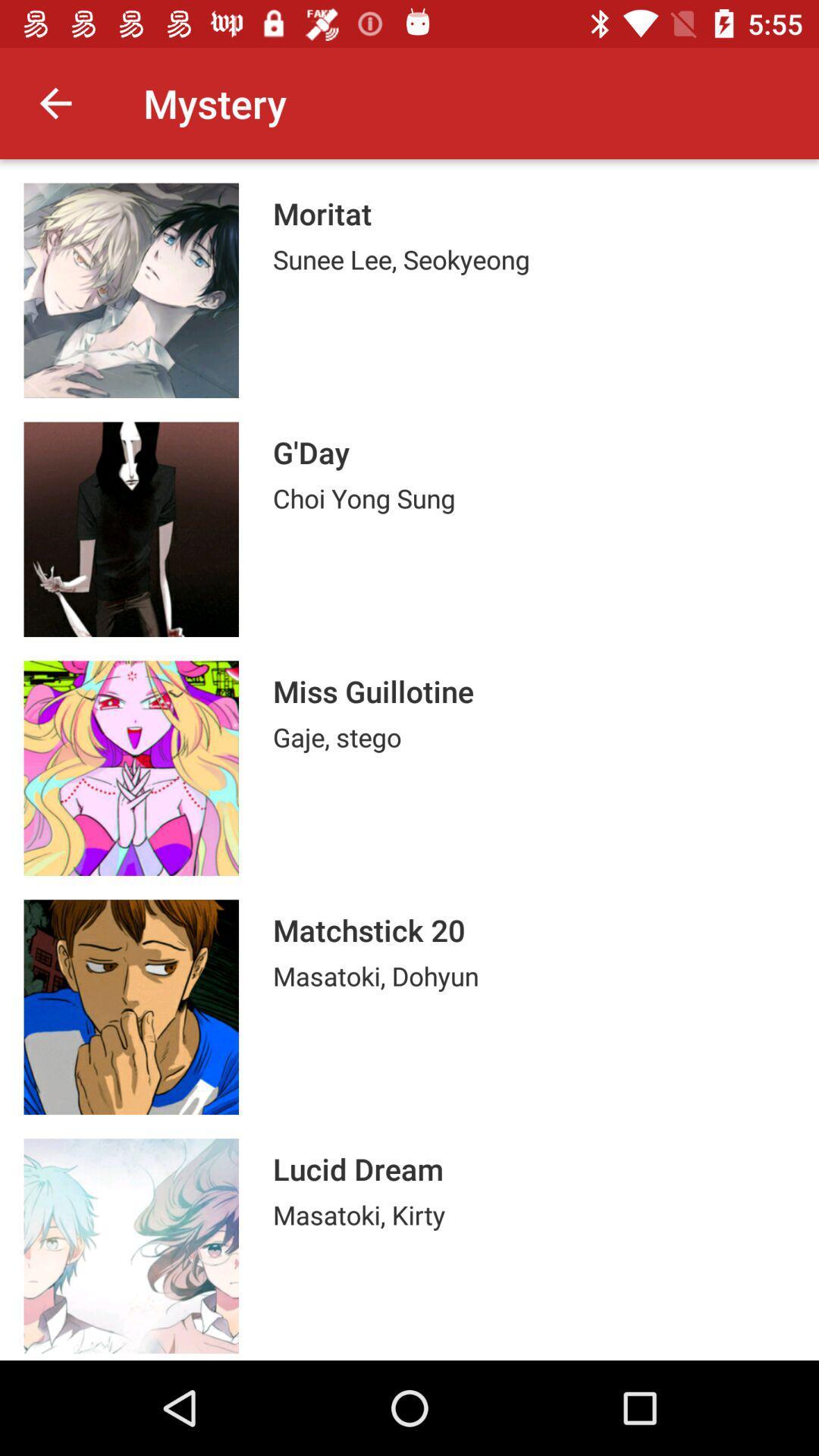 Image resolution: width=819 pixels, height=1456 pixels. I want to click on icon to the left of mystery icon, so click(55, 102).